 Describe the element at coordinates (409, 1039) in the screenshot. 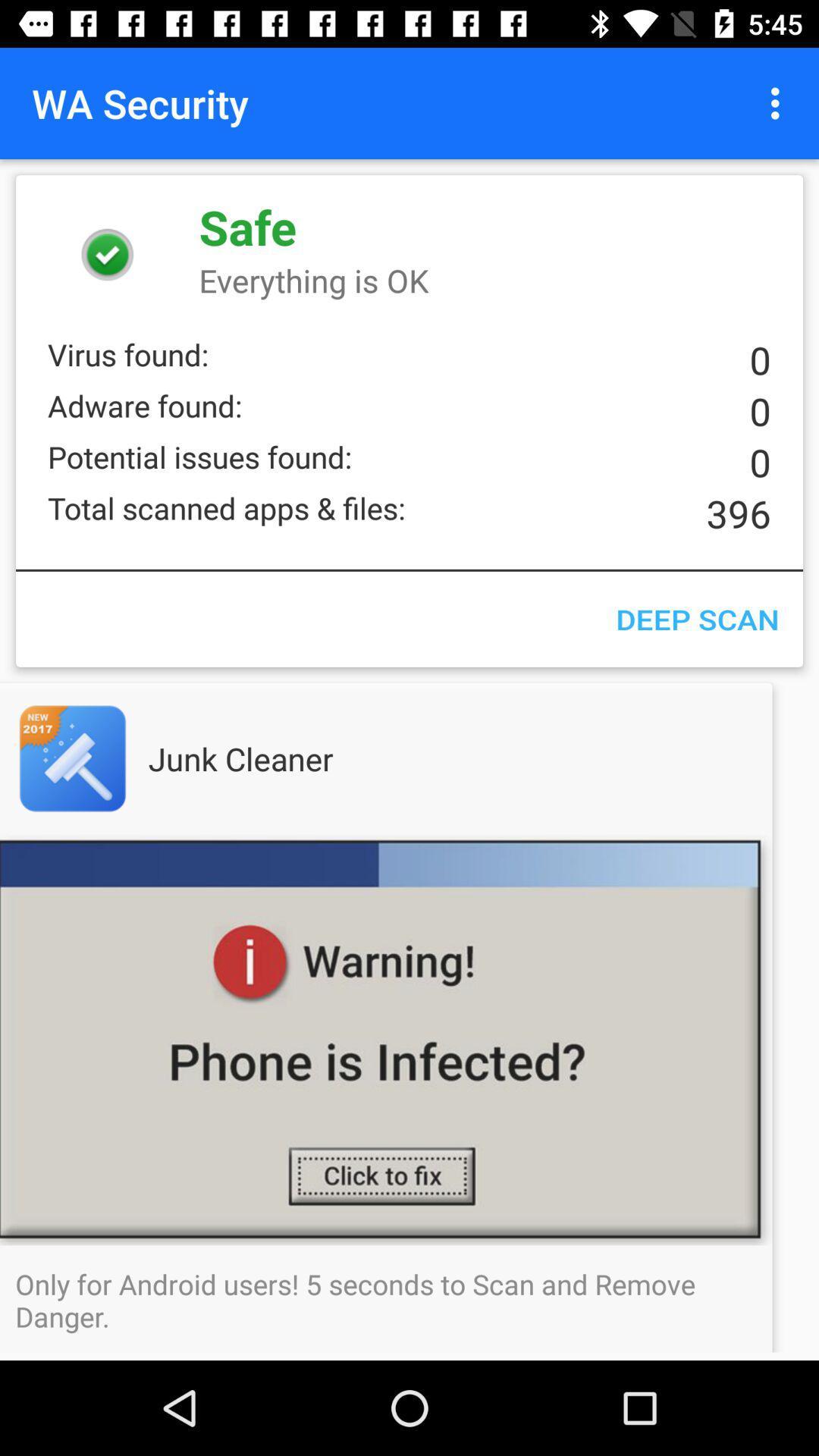

I see `pop up advertisement` at that location.